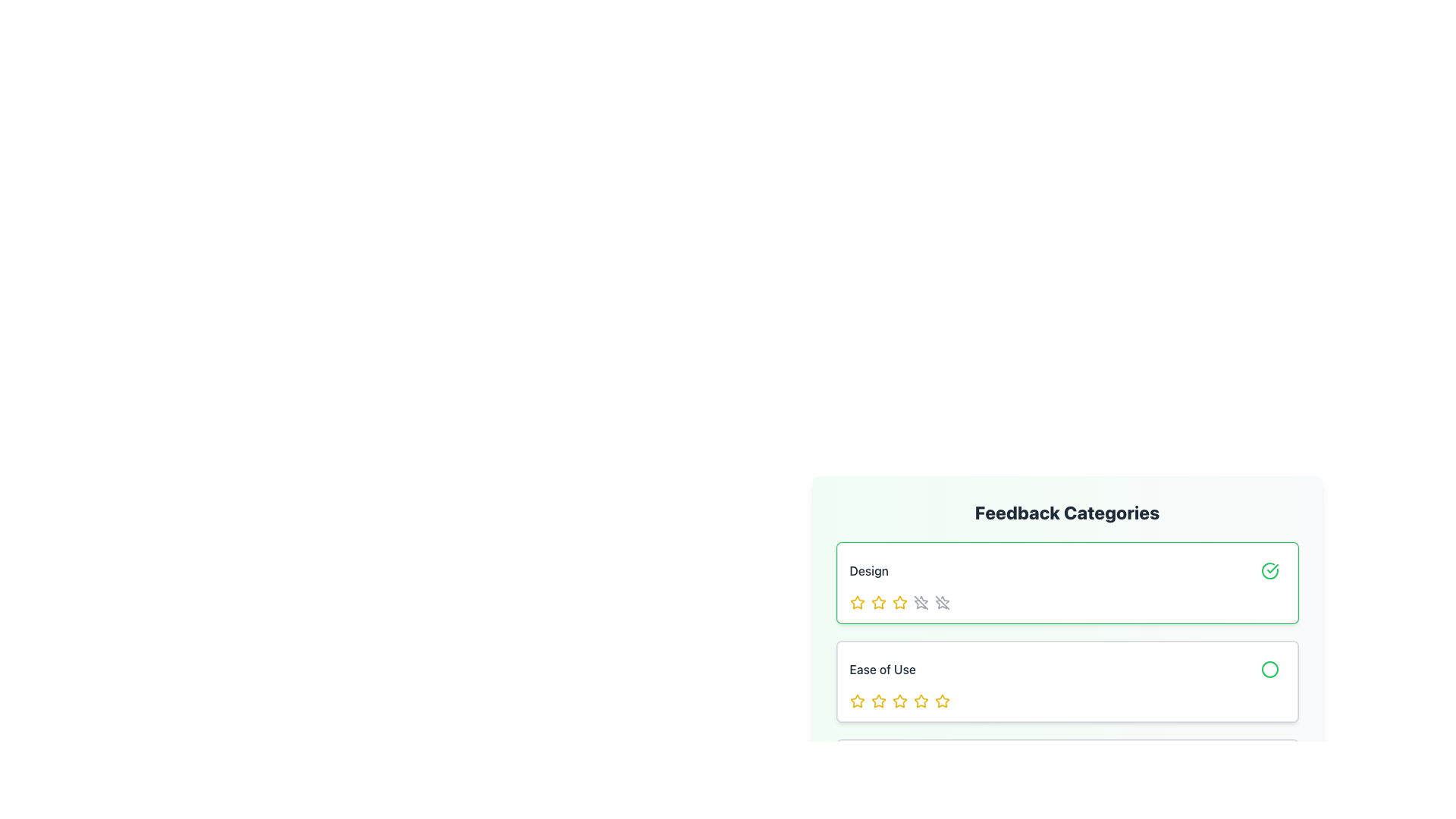 The height and width of the screenshot is (819, 1456). Describe the element at coordinates (941, 701) in the screenshot. I see `the fifth star icon in the star-based rating system` at that location.